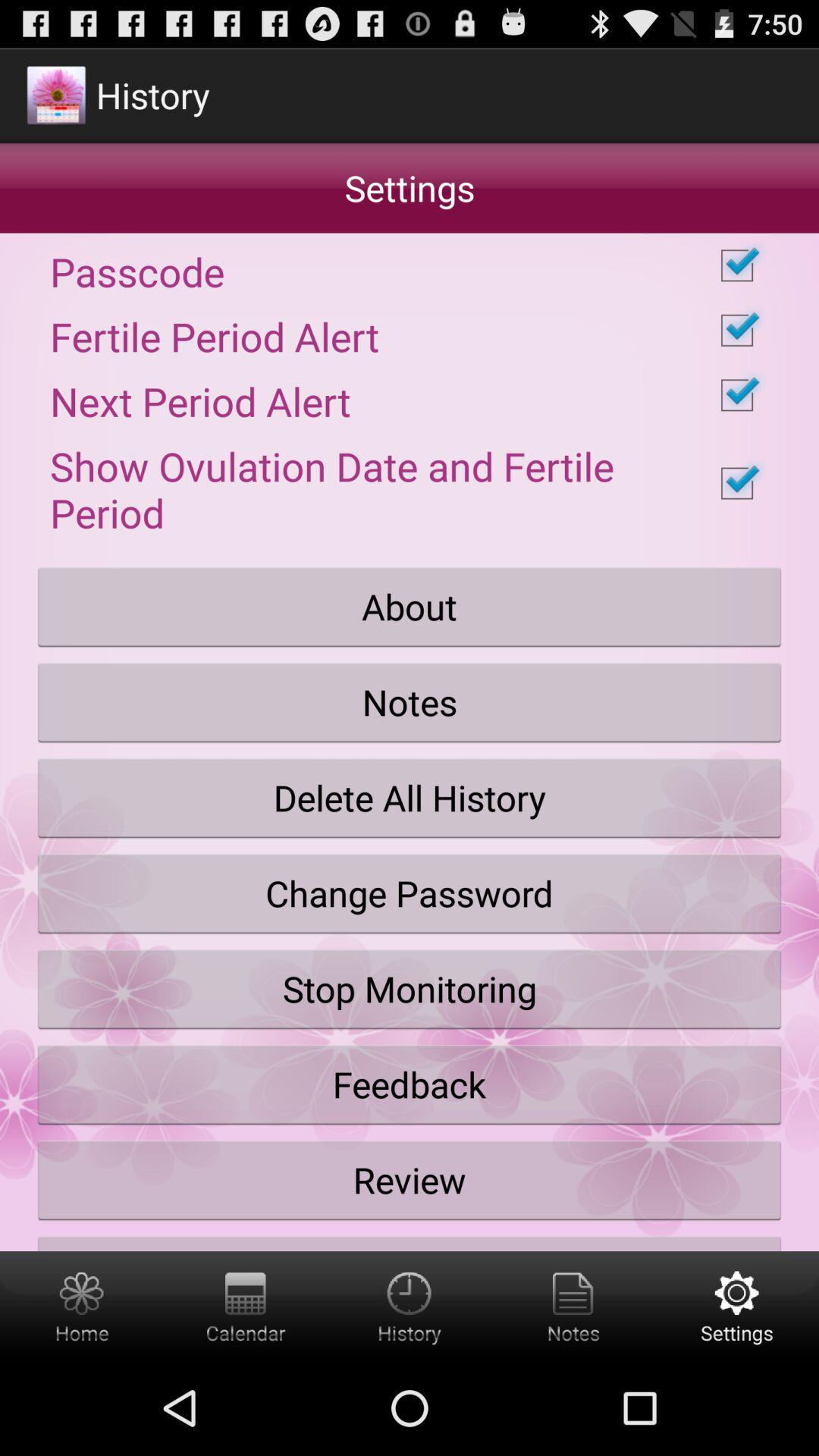  Describe the element at coordinates (409, 1179) in the screenshot. I see `the item below the feedback icon` at that location.